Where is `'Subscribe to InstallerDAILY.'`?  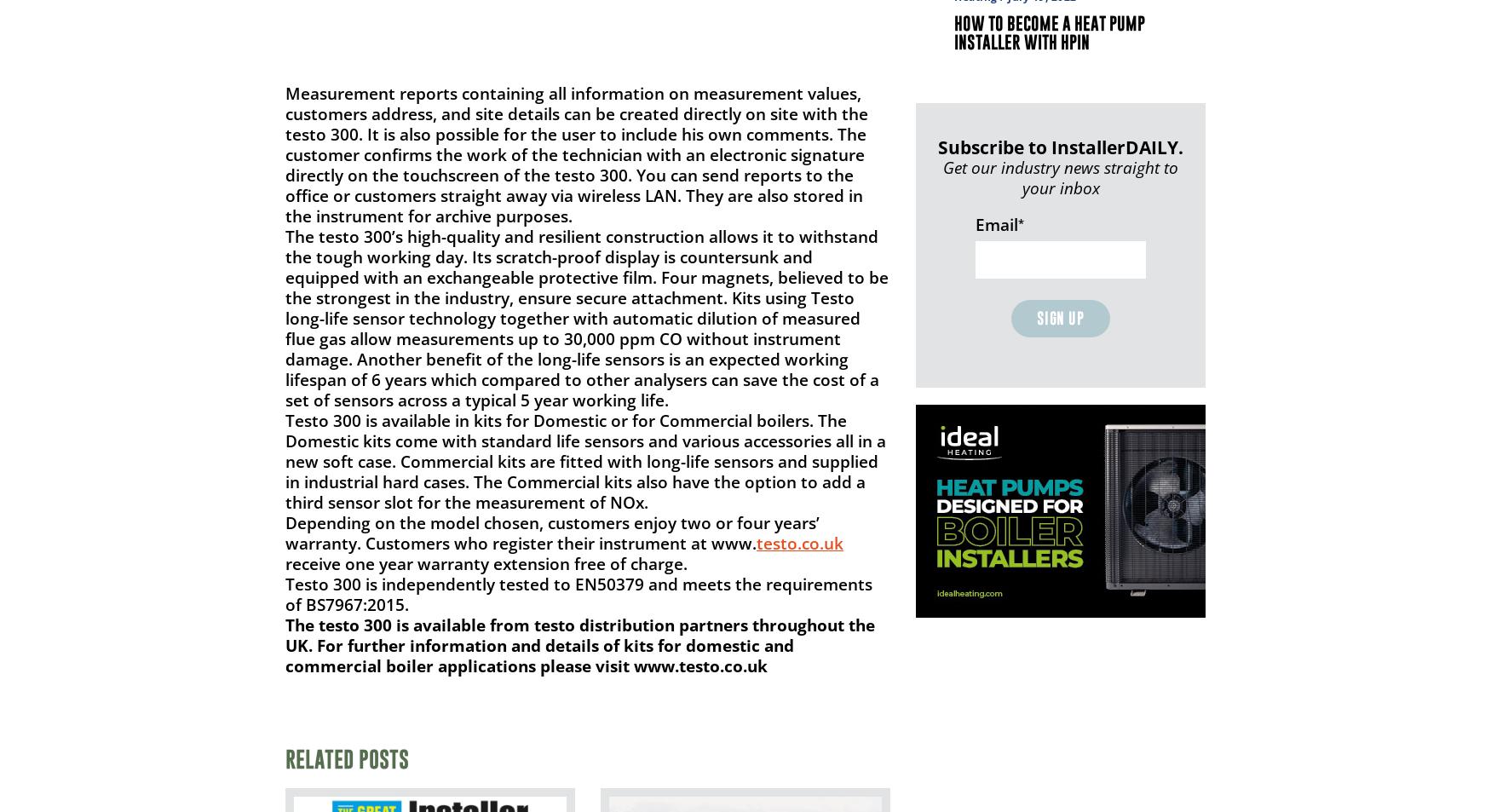 'Subscribe to InstallerDAILY.' is located at coordinates (1060, 146).